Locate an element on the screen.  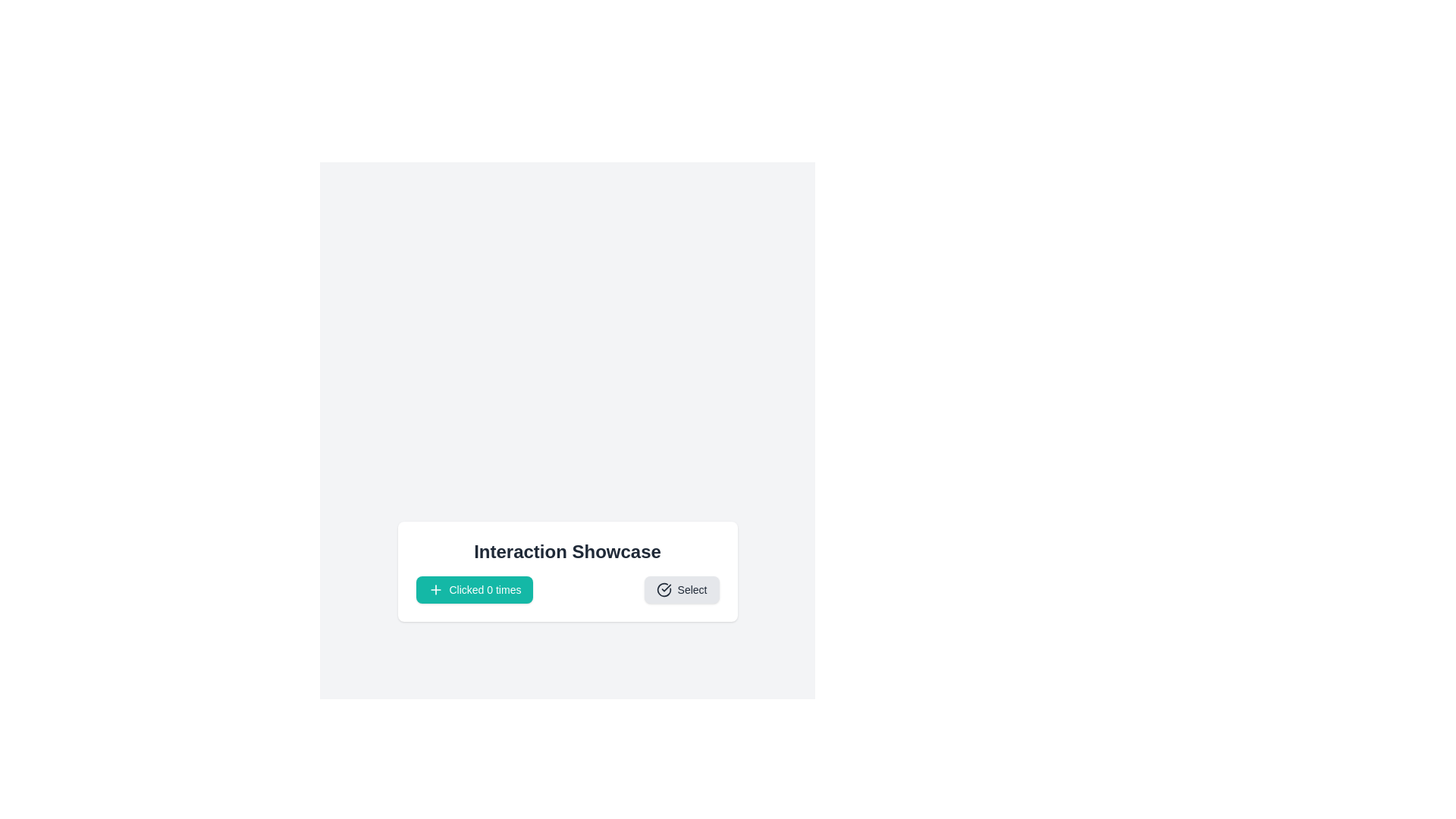
the icon component that visually reinforces the theme of selection is located at coordinates (664, 589).